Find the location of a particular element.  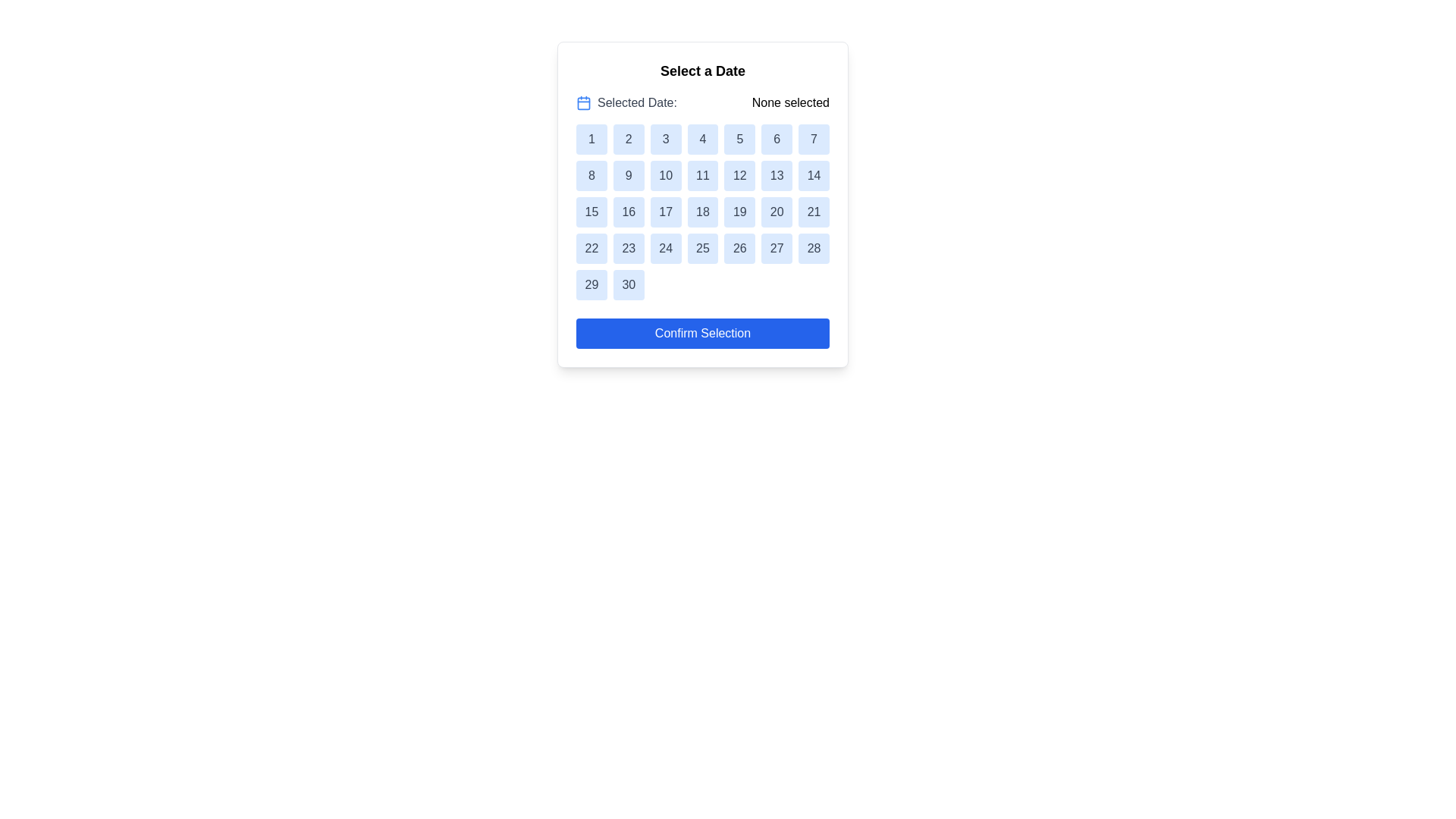

the Label with icon that indicates the date selection section, located in the upper section of the panel is located at coordinates (626, 102).